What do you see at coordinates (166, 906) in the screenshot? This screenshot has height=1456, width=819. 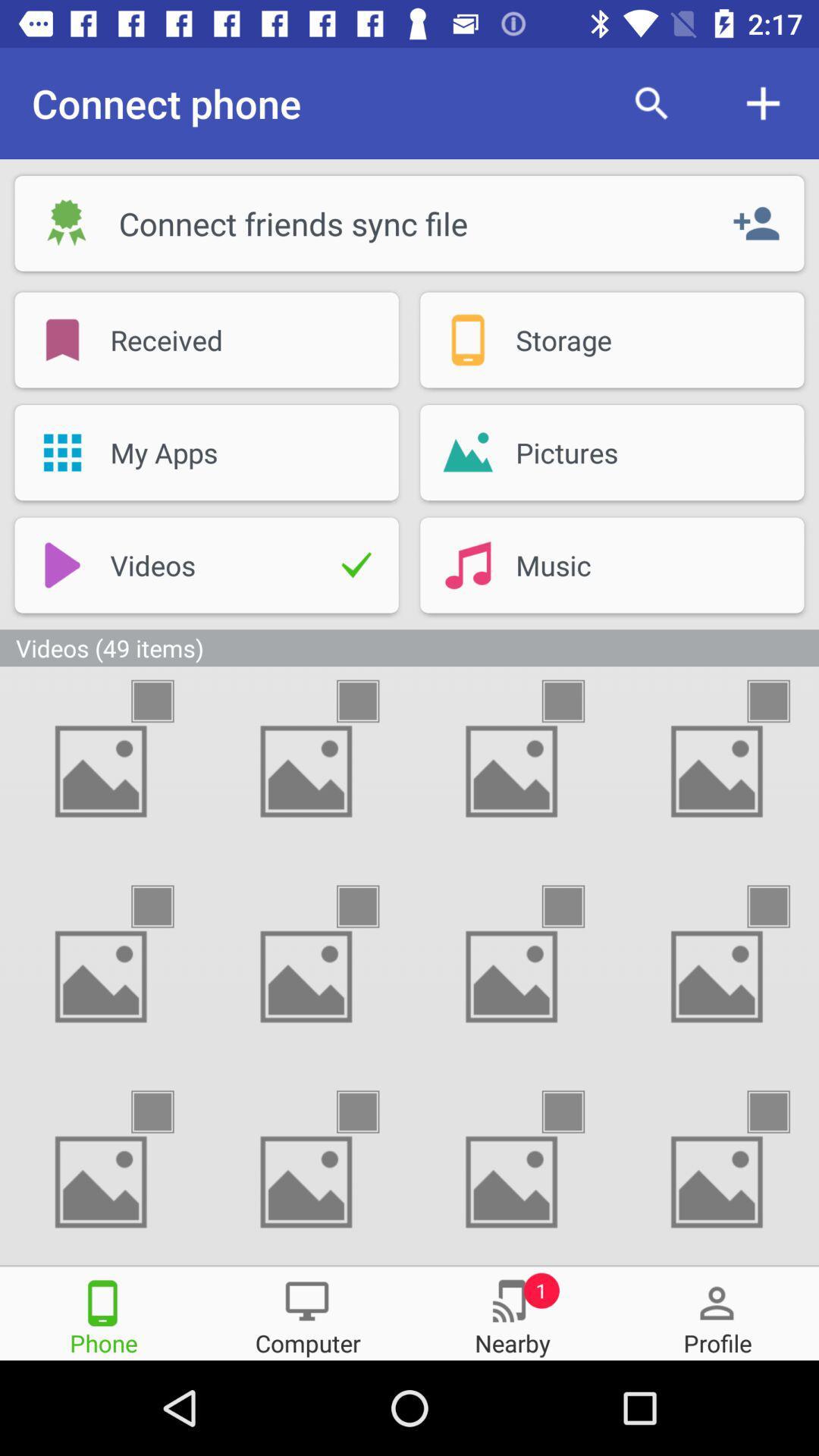 I see `the picture` at bounding box center [166, 906].